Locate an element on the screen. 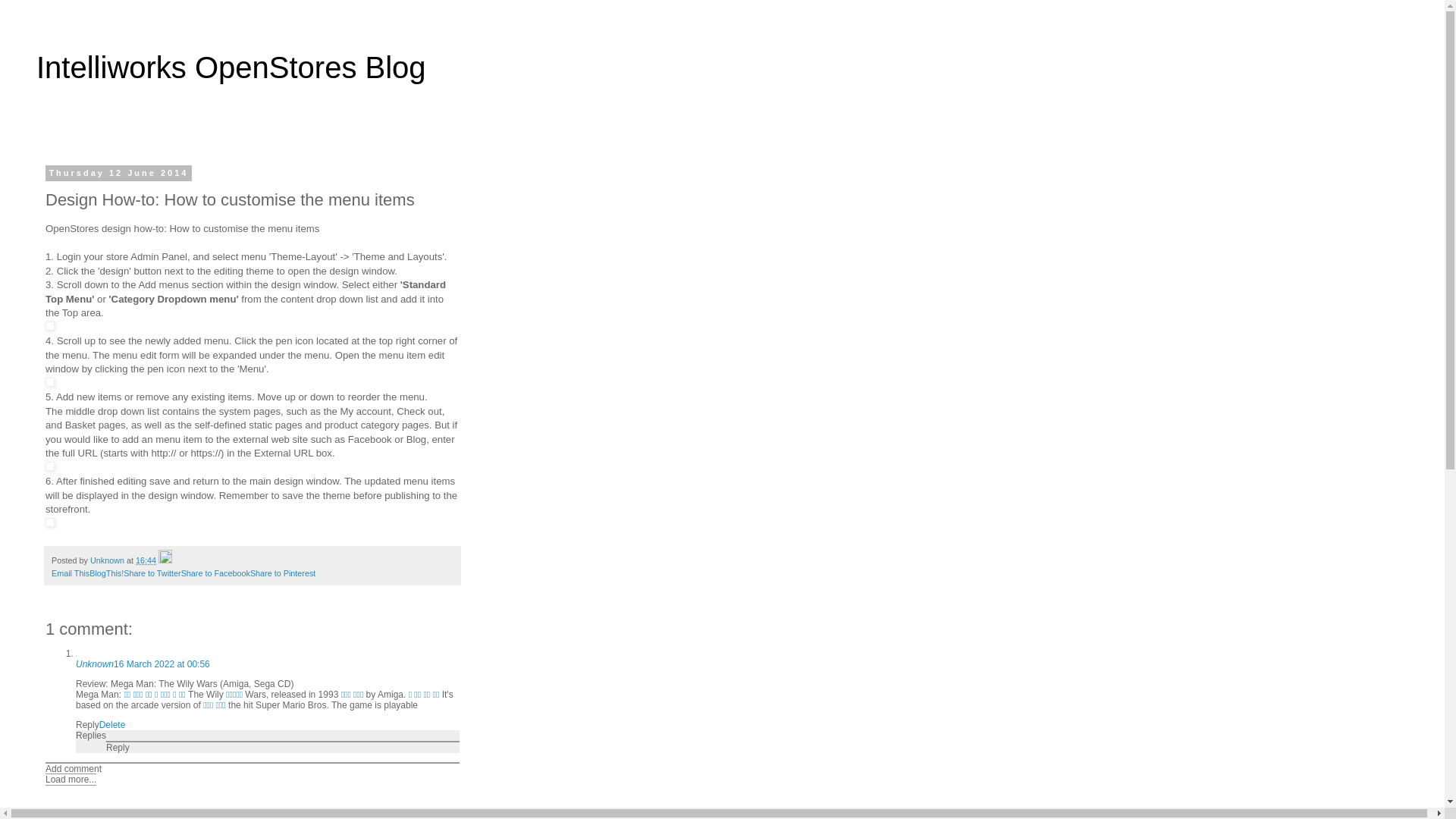 This screenshot has width=1456, height=819. 'Share to Pinterest' is located at coordinates (250, 573).